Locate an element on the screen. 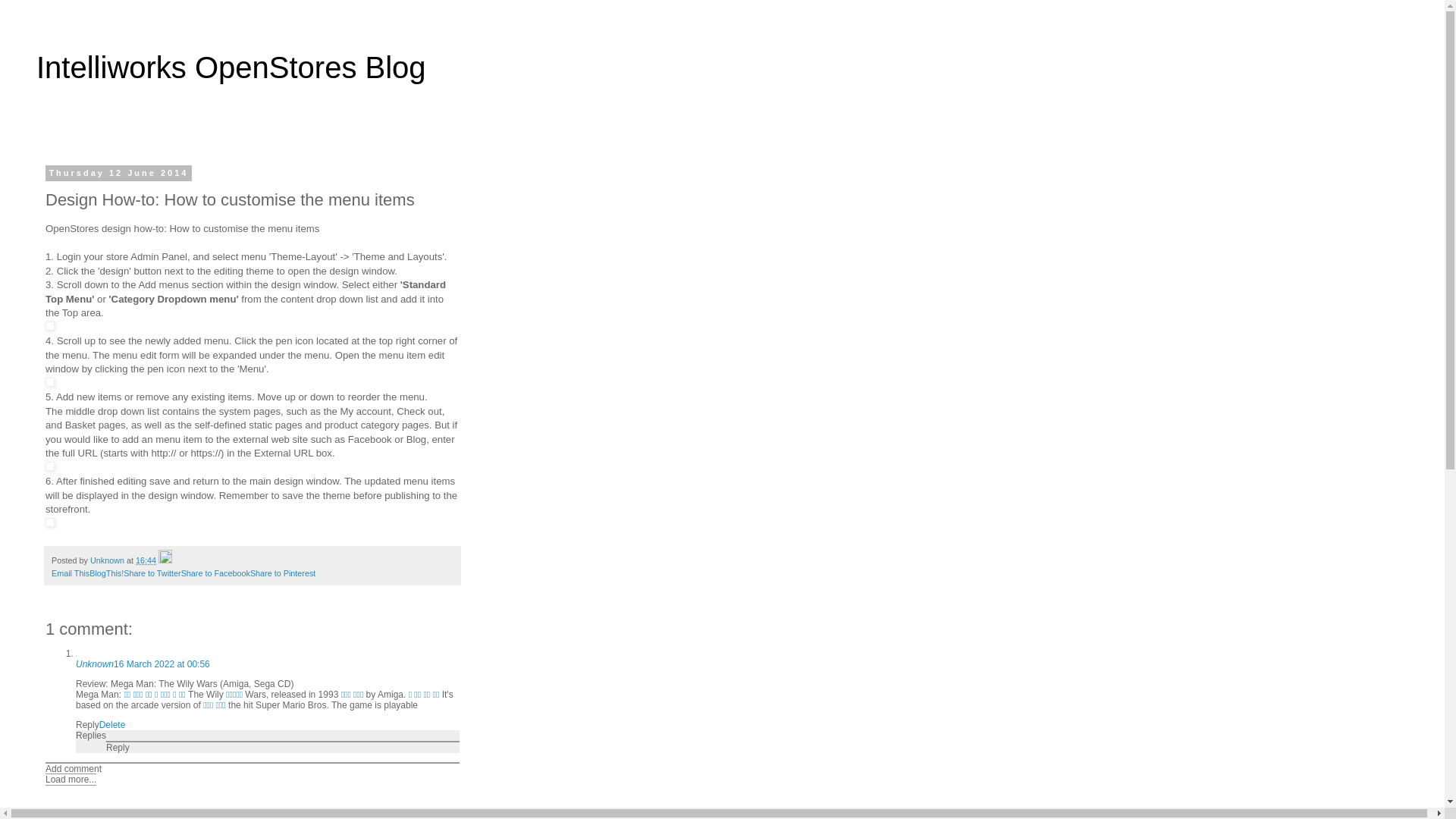 This screenshot has width=1456, height=819. 'Share to Pinterest' is located at coordinates (250, 573).